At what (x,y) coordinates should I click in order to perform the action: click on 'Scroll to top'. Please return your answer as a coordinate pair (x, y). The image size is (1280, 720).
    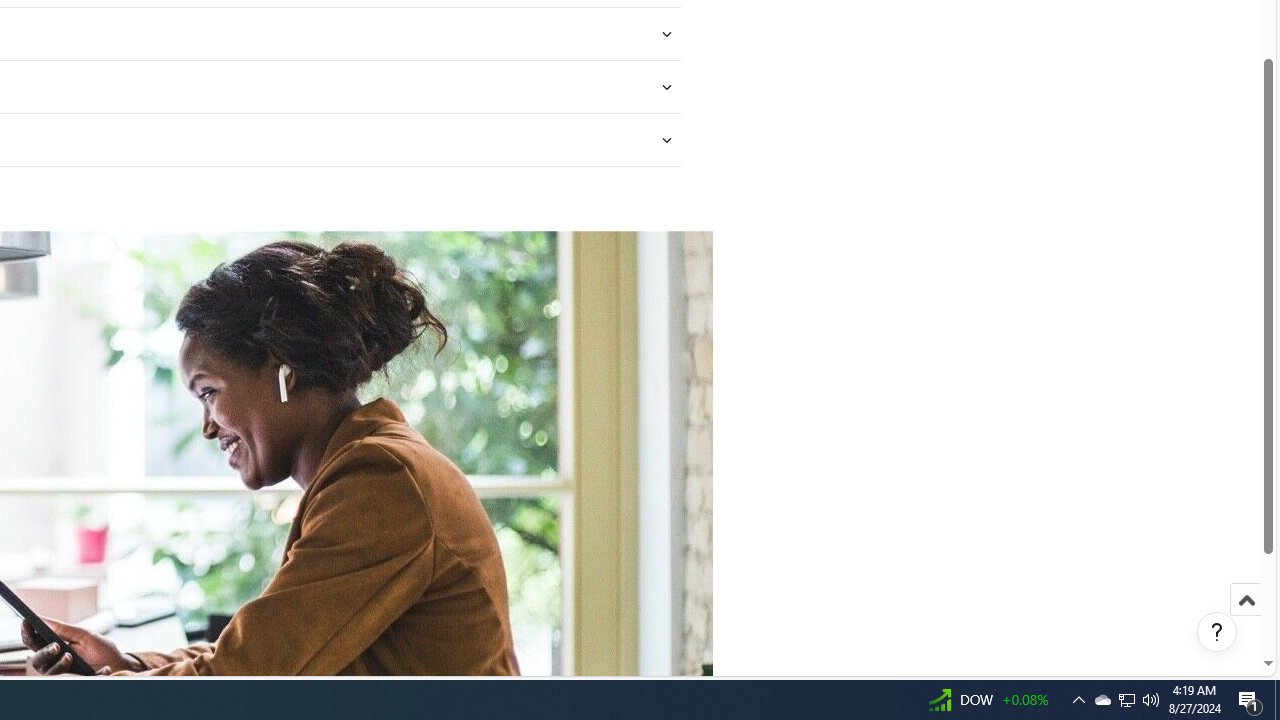
    Looking at the image, I should click on (1245, 620).